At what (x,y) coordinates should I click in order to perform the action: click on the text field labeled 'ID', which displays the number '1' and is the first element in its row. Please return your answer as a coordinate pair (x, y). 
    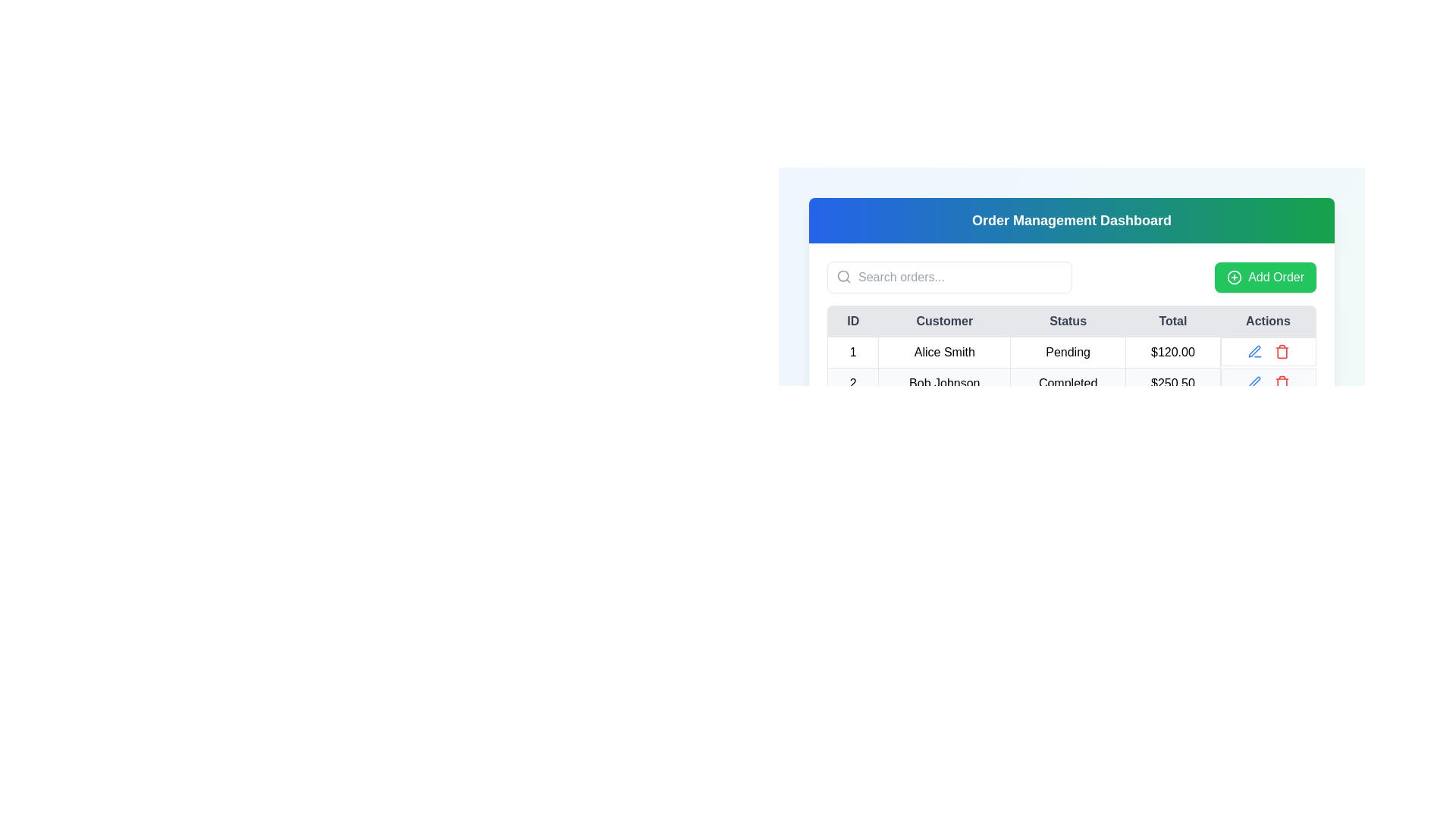
    Looking at the image, I should click on (853, 353).